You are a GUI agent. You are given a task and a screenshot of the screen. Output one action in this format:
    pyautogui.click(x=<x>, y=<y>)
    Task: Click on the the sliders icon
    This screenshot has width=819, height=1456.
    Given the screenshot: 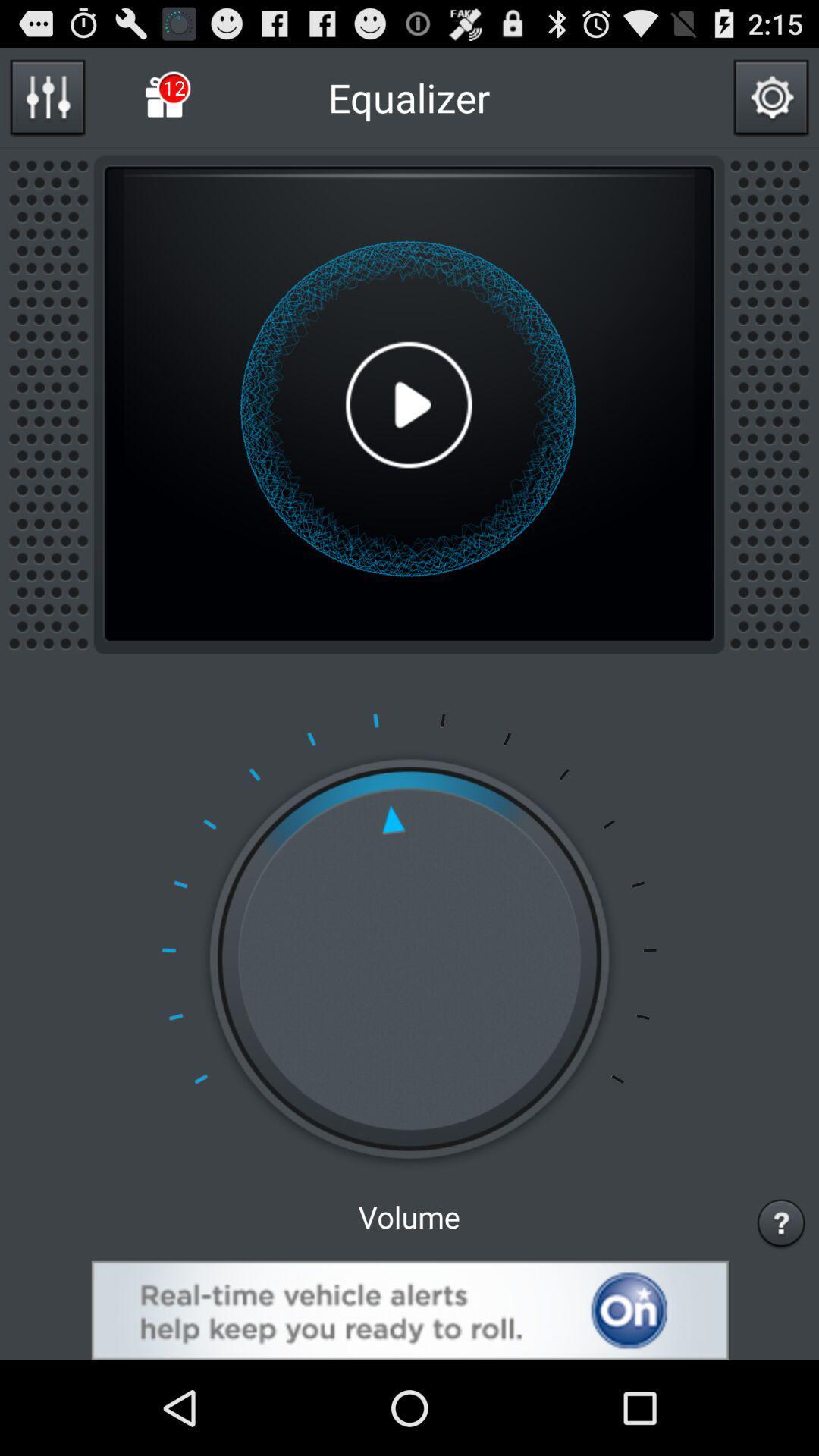 What is the action you would take?
    pyautogui.click(x=46, y=103)
    